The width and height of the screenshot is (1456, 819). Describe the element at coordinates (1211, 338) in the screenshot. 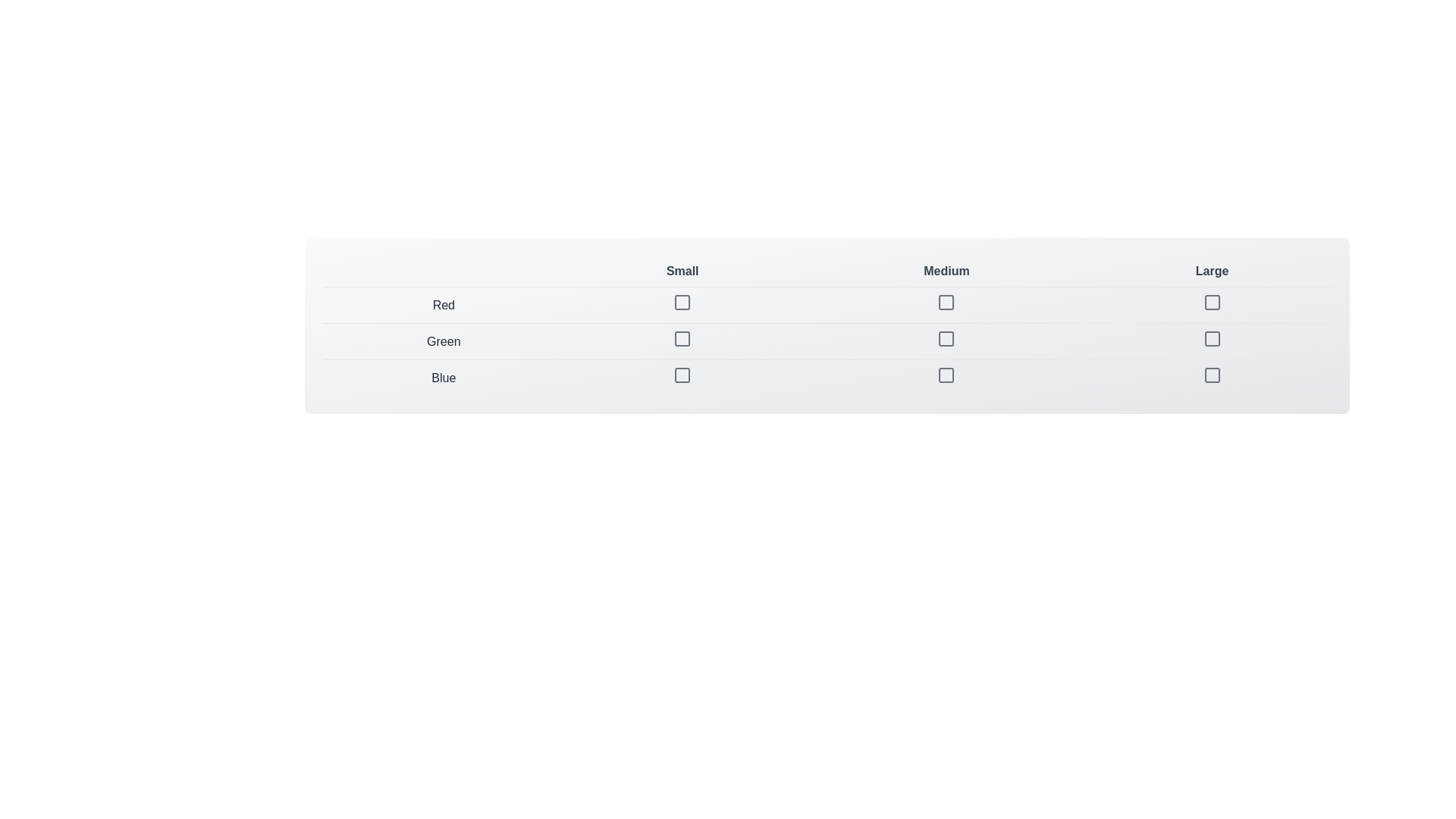

I see `the empty checkbox with a gray outline and rounded corners located` at that location.